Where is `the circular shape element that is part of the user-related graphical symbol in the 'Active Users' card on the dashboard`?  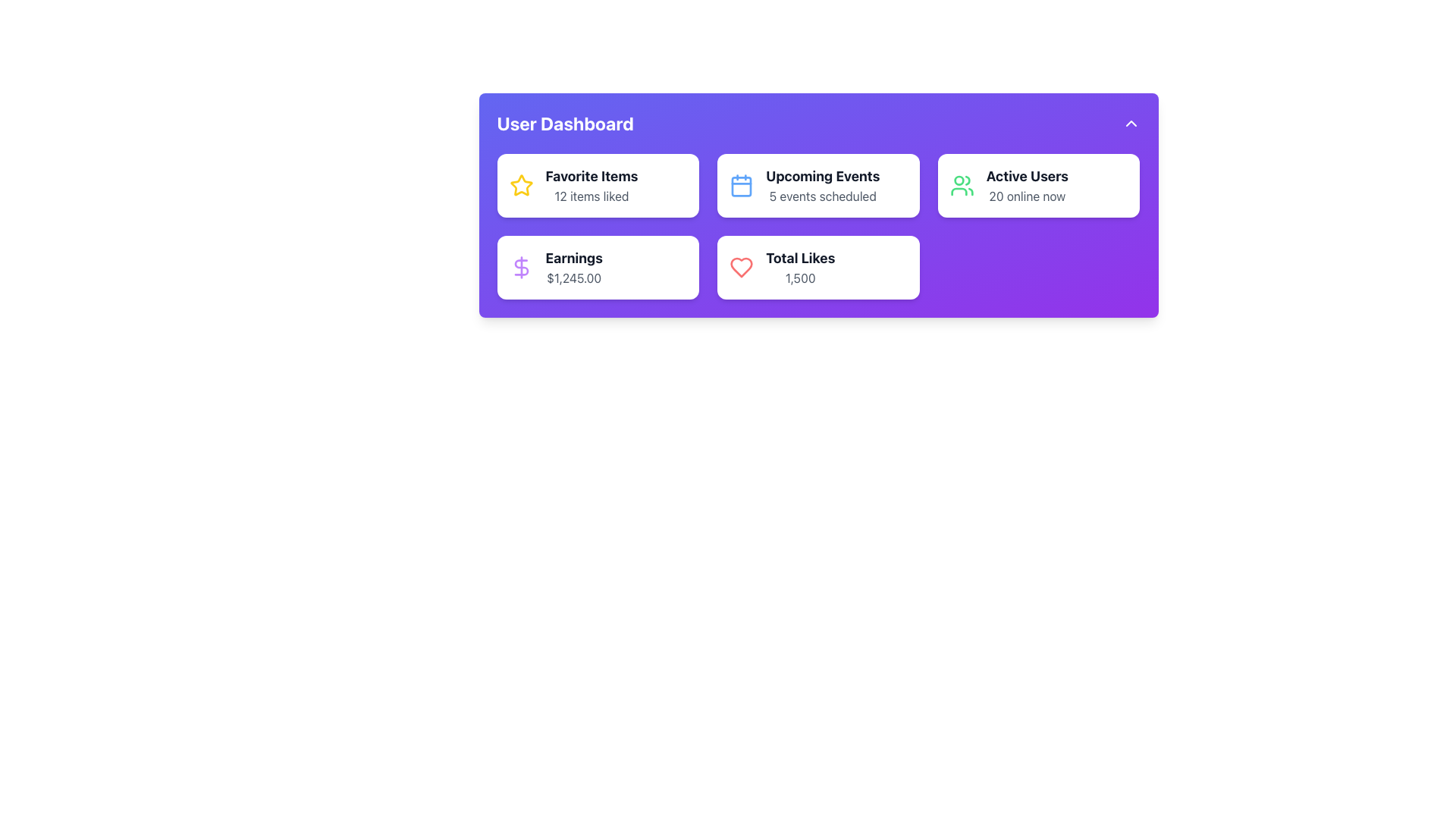
the circular shape element that is part of the user-related graphical symbol in the 'Active Users' card on the dashboard is located at coordinates (958, 180).